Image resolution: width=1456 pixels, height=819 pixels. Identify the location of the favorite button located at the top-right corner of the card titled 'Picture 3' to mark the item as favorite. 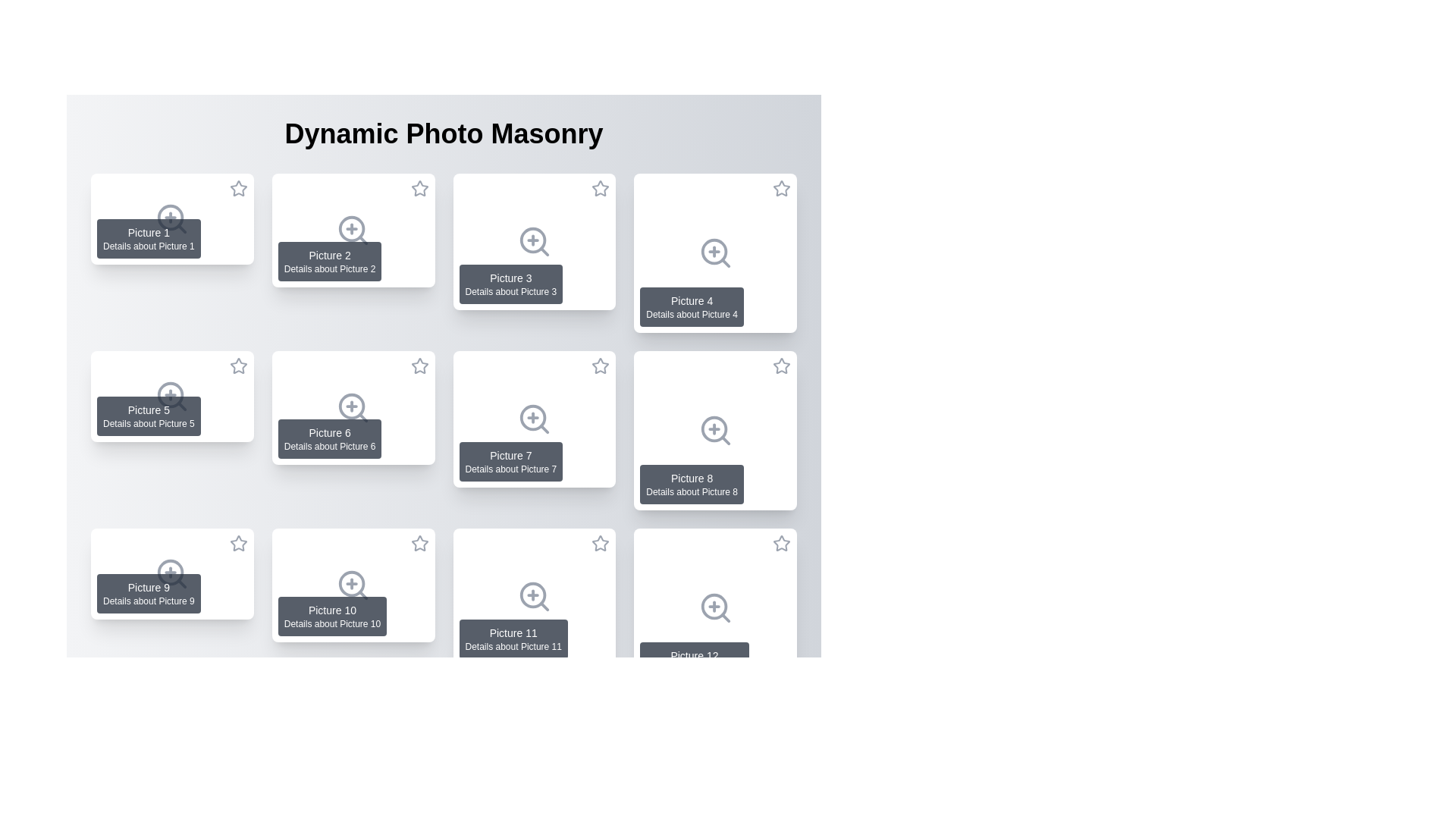
(600, 190).